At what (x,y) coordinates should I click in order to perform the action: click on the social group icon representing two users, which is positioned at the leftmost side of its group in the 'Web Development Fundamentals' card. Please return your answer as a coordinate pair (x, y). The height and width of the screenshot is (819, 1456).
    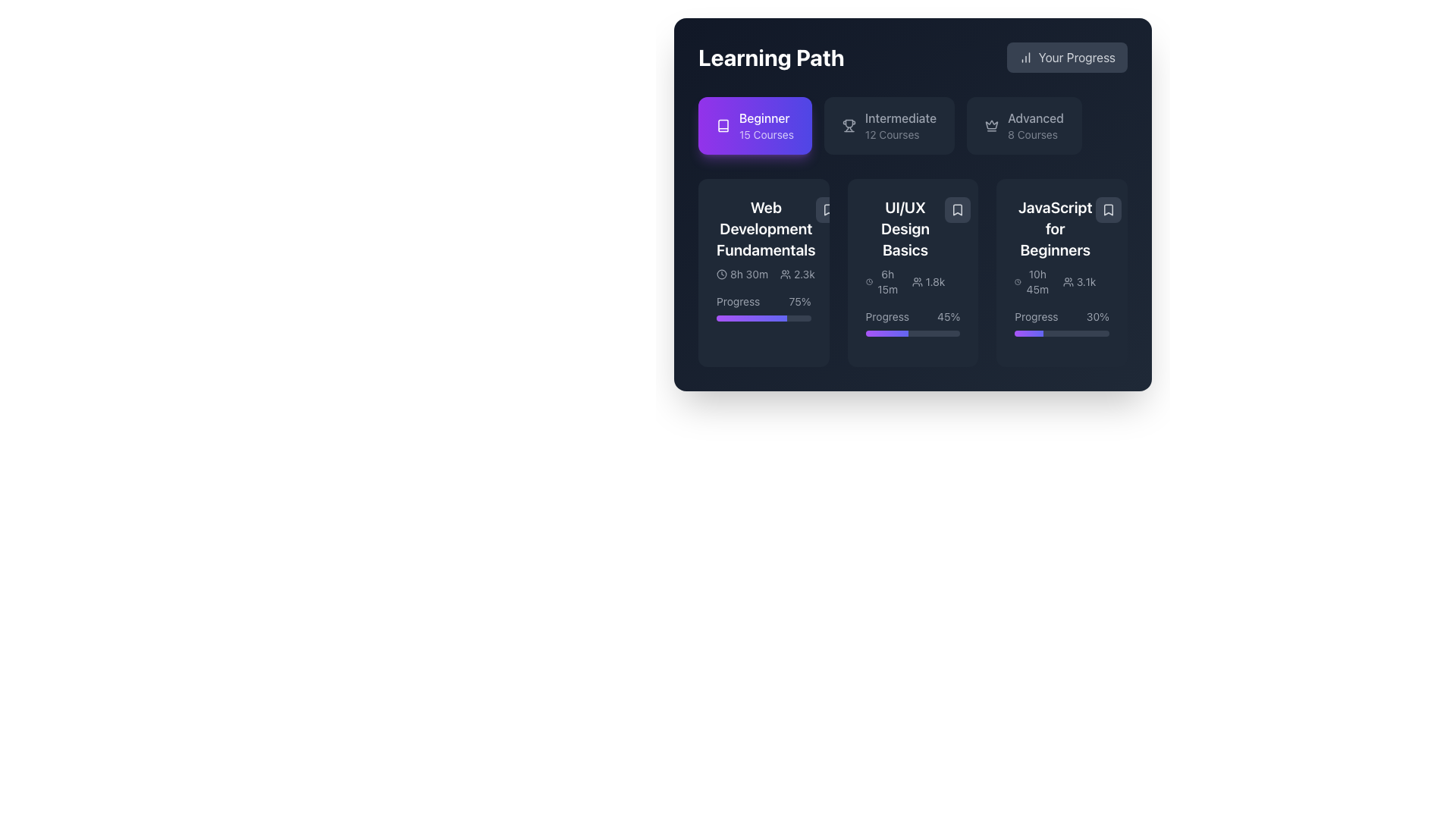
    Looking at the image, I should click on (786, 275).